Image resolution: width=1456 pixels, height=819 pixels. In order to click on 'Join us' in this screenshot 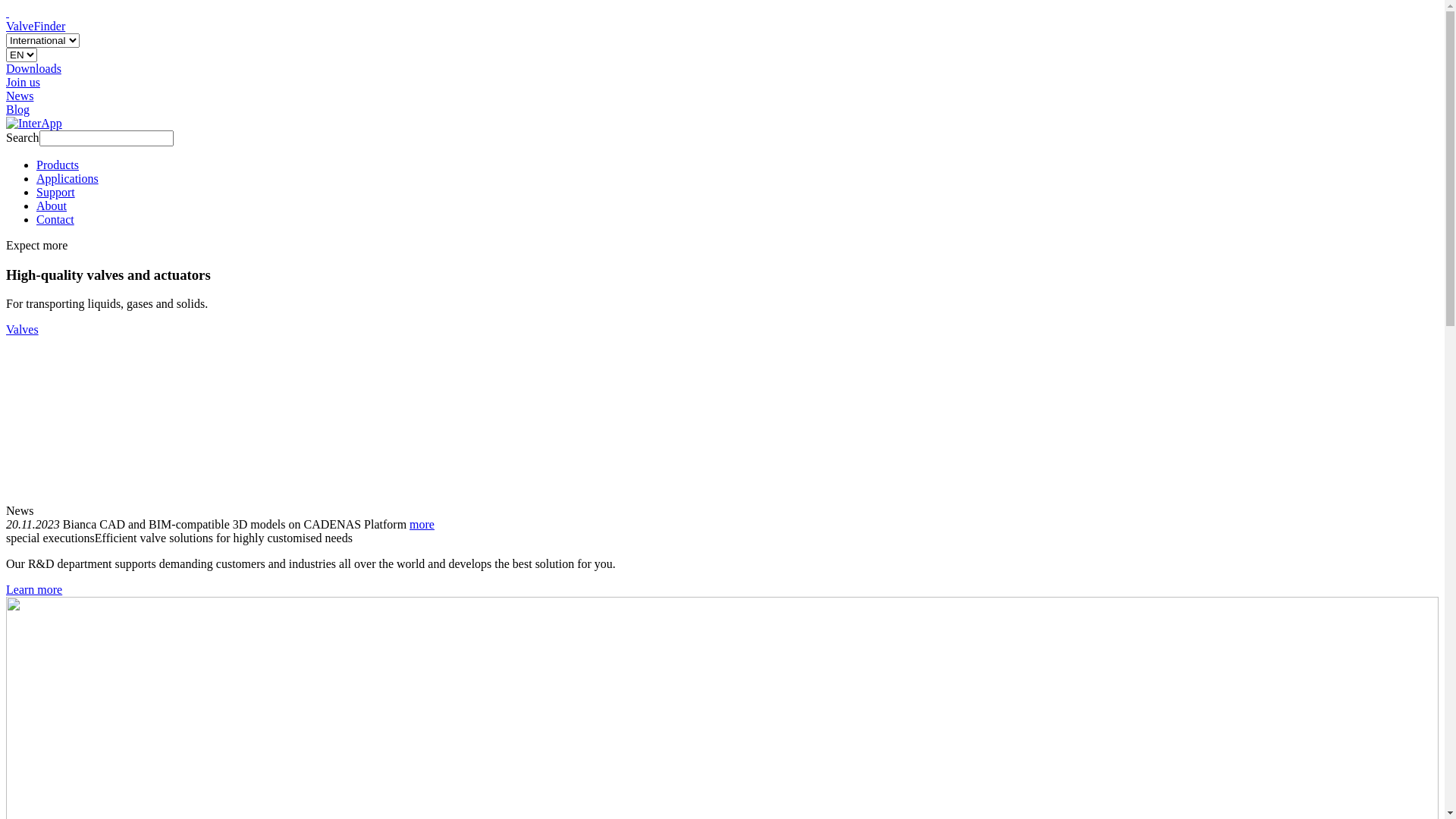, I will do `click(23, 82)`.